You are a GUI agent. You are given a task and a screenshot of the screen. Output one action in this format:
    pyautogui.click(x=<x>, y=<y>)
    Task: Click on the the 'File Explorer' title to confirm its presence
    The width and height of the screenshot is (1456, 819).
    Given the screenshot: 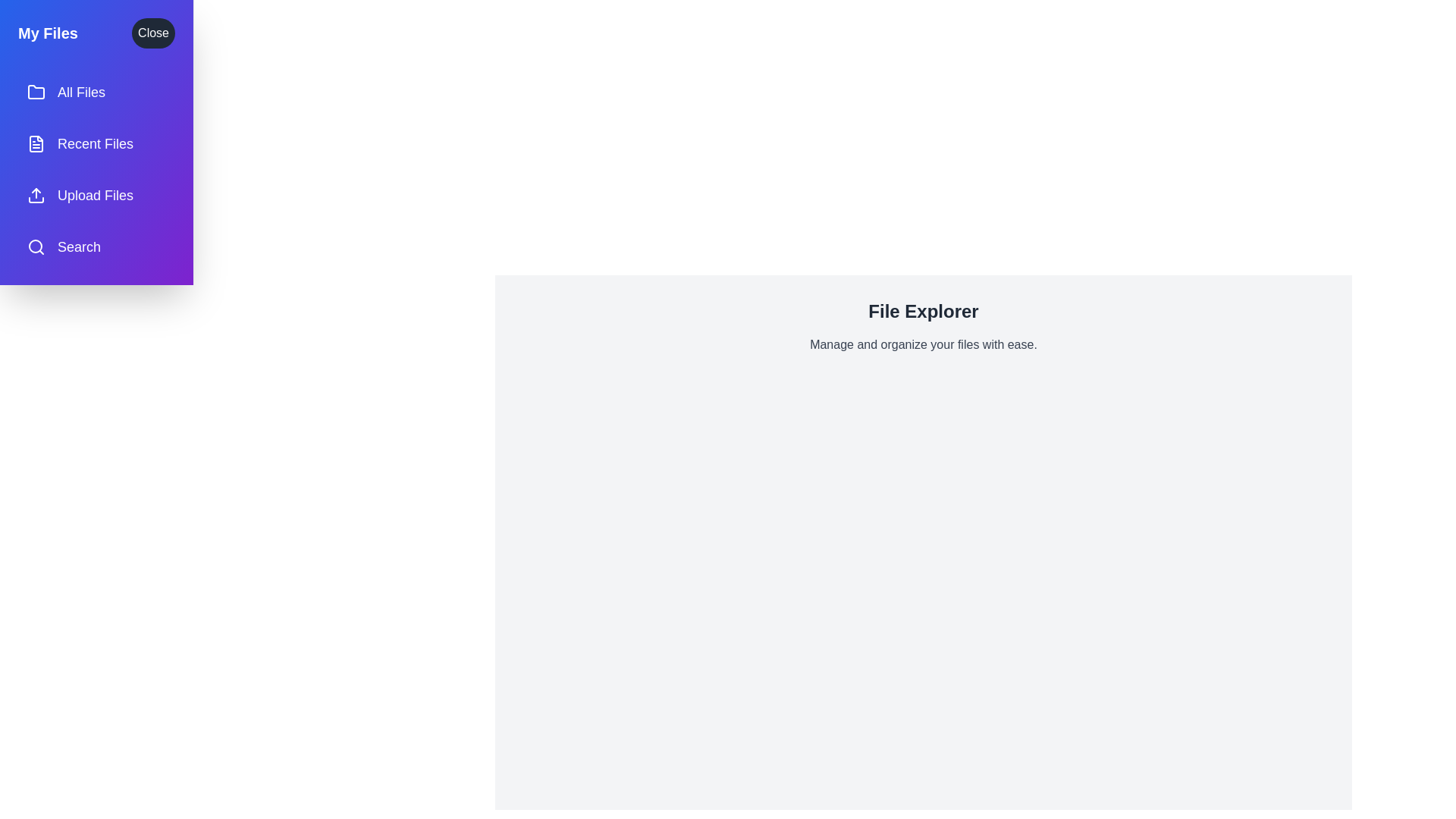 What is the action you would take?
    pyautogui.click(x=923, y=311)
    